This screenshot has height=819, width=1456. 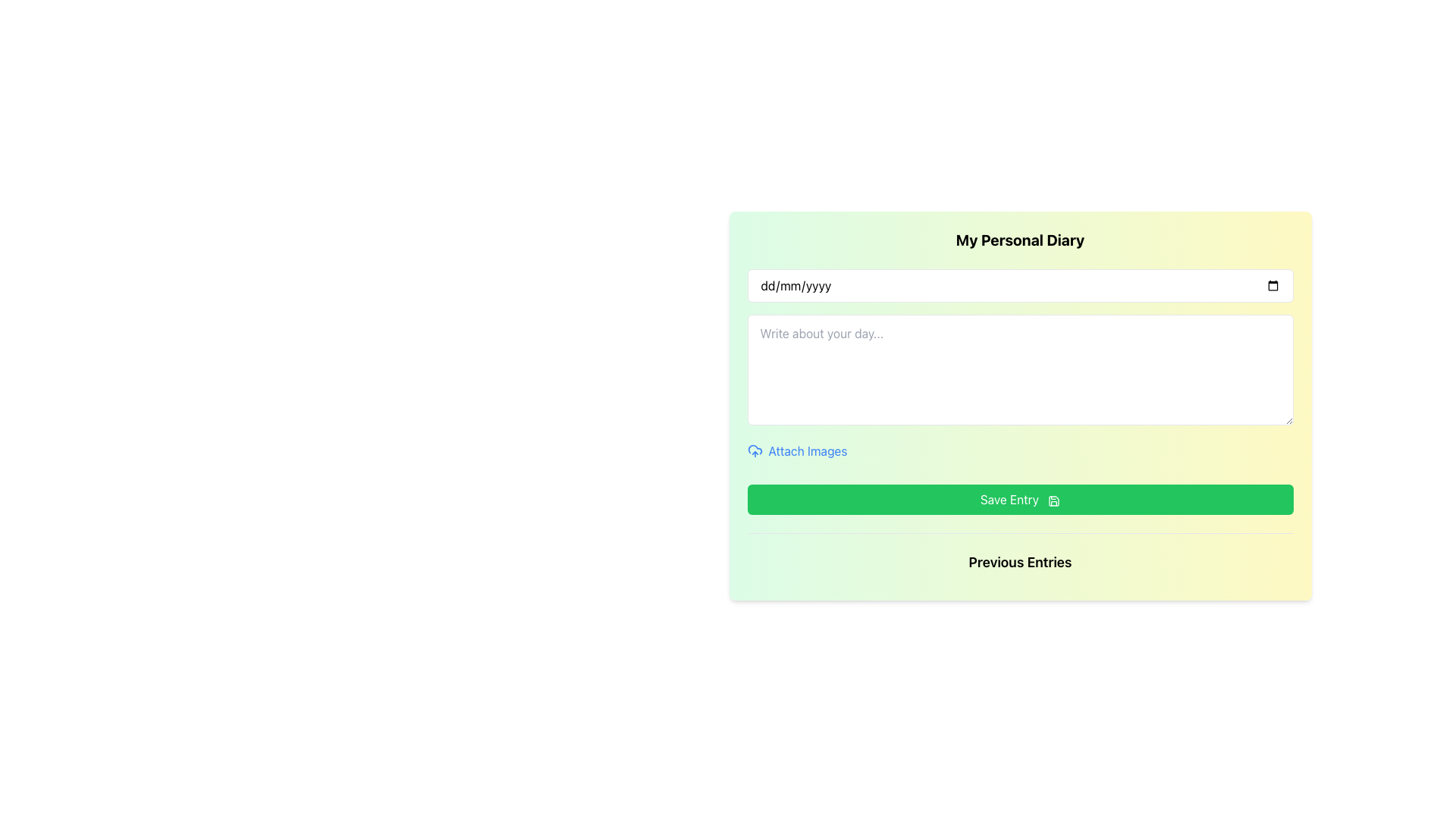 I want to click on the save button located at the bottom of the 'My Personal Diary' form, so click(x=1020, y=500).